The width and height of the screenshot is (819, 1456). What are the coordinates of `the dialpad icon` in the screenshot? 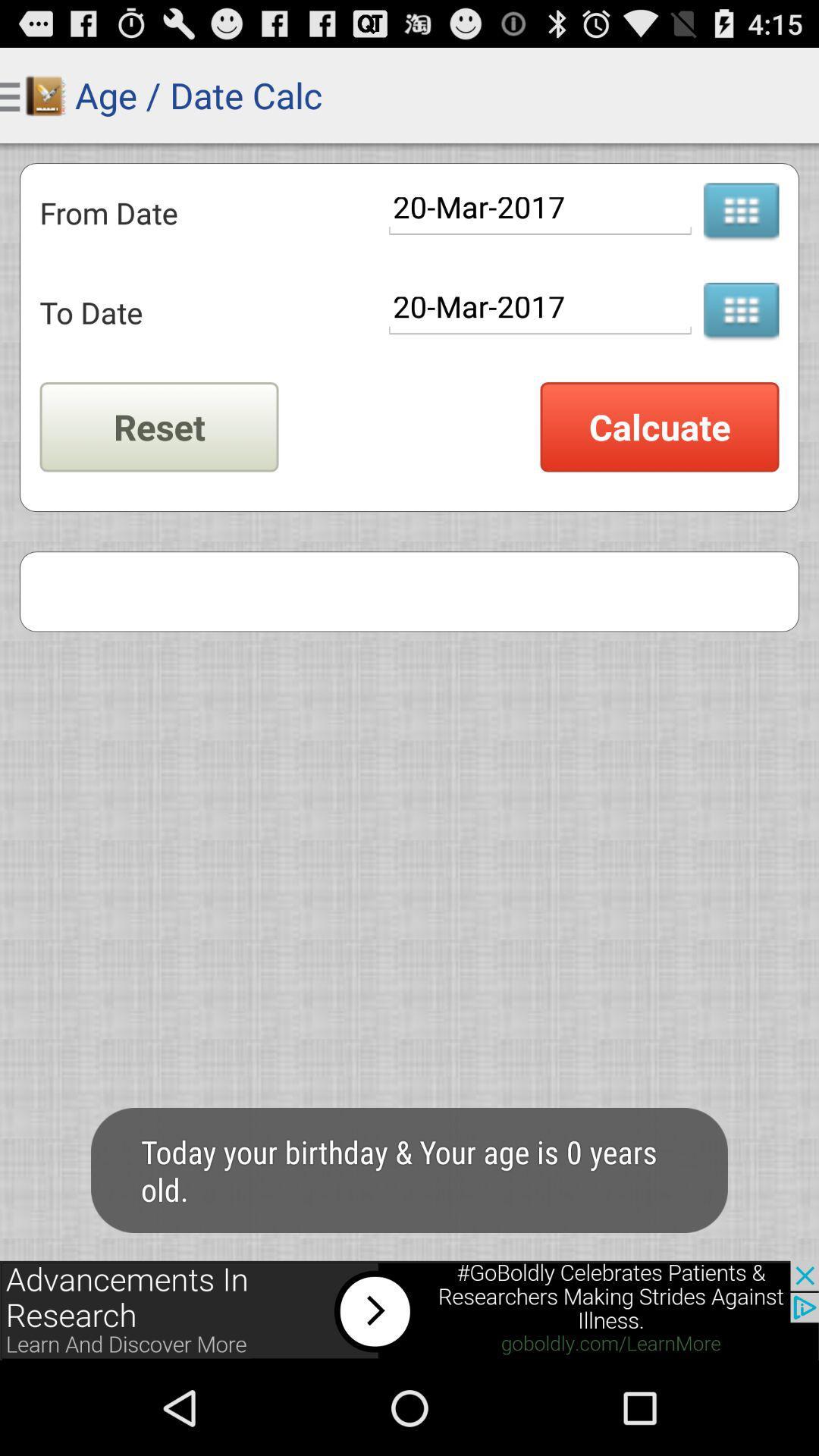 It's located at (740, 227).